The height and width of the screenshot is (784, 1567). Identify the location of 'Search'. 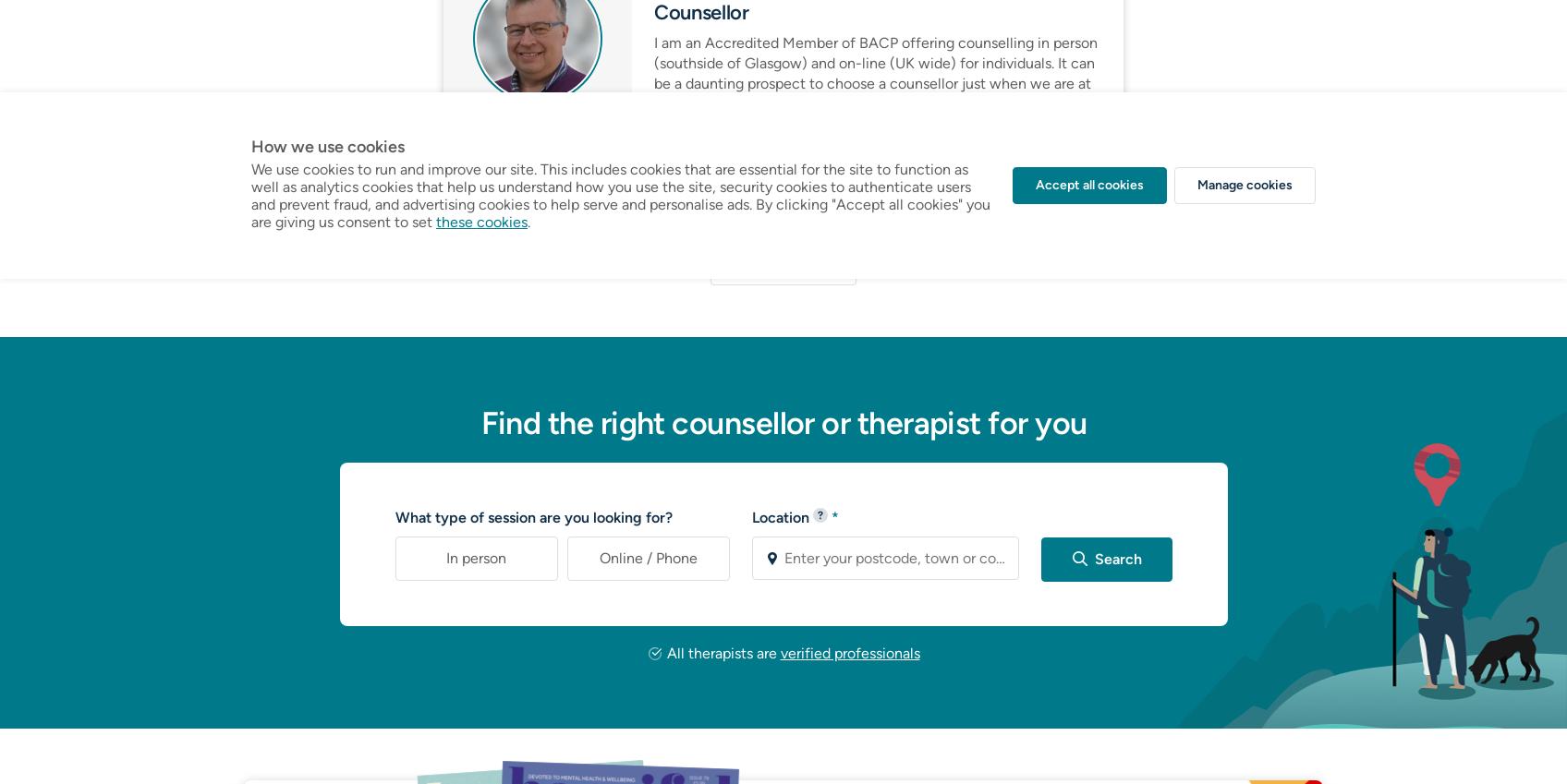
(1114, 558).